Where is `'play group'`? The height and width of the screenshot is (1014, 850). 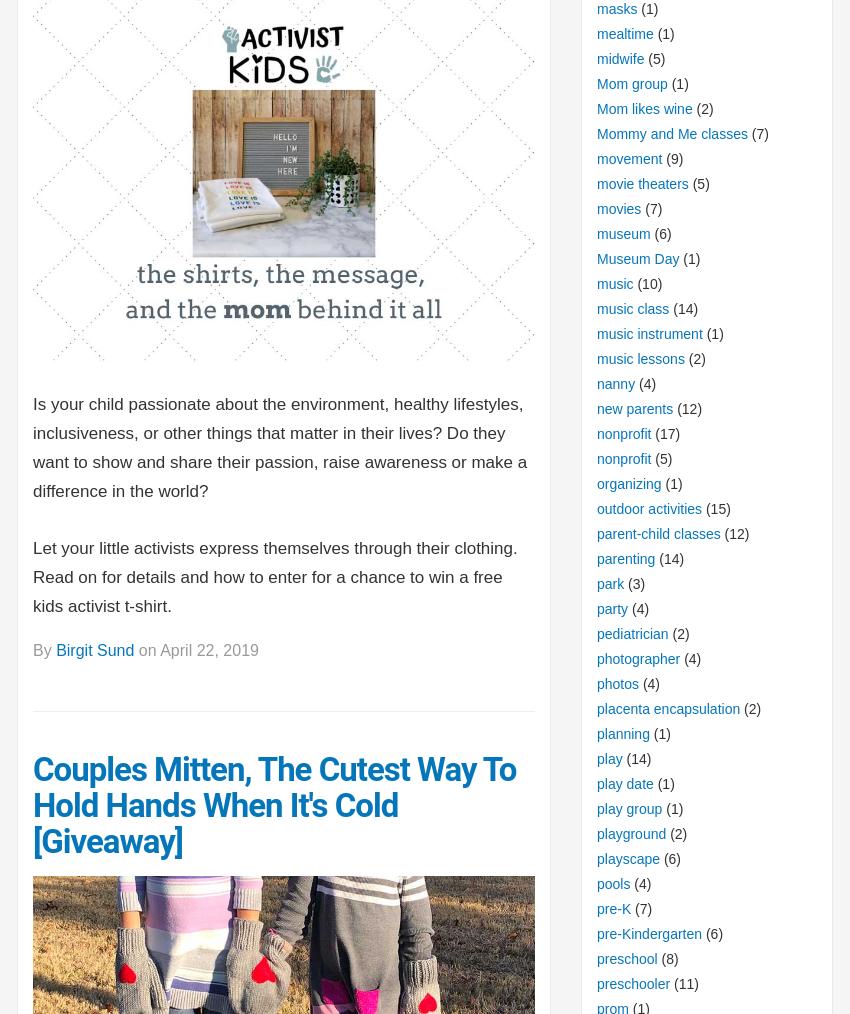
'play group' is located at coordinates (628, 807).